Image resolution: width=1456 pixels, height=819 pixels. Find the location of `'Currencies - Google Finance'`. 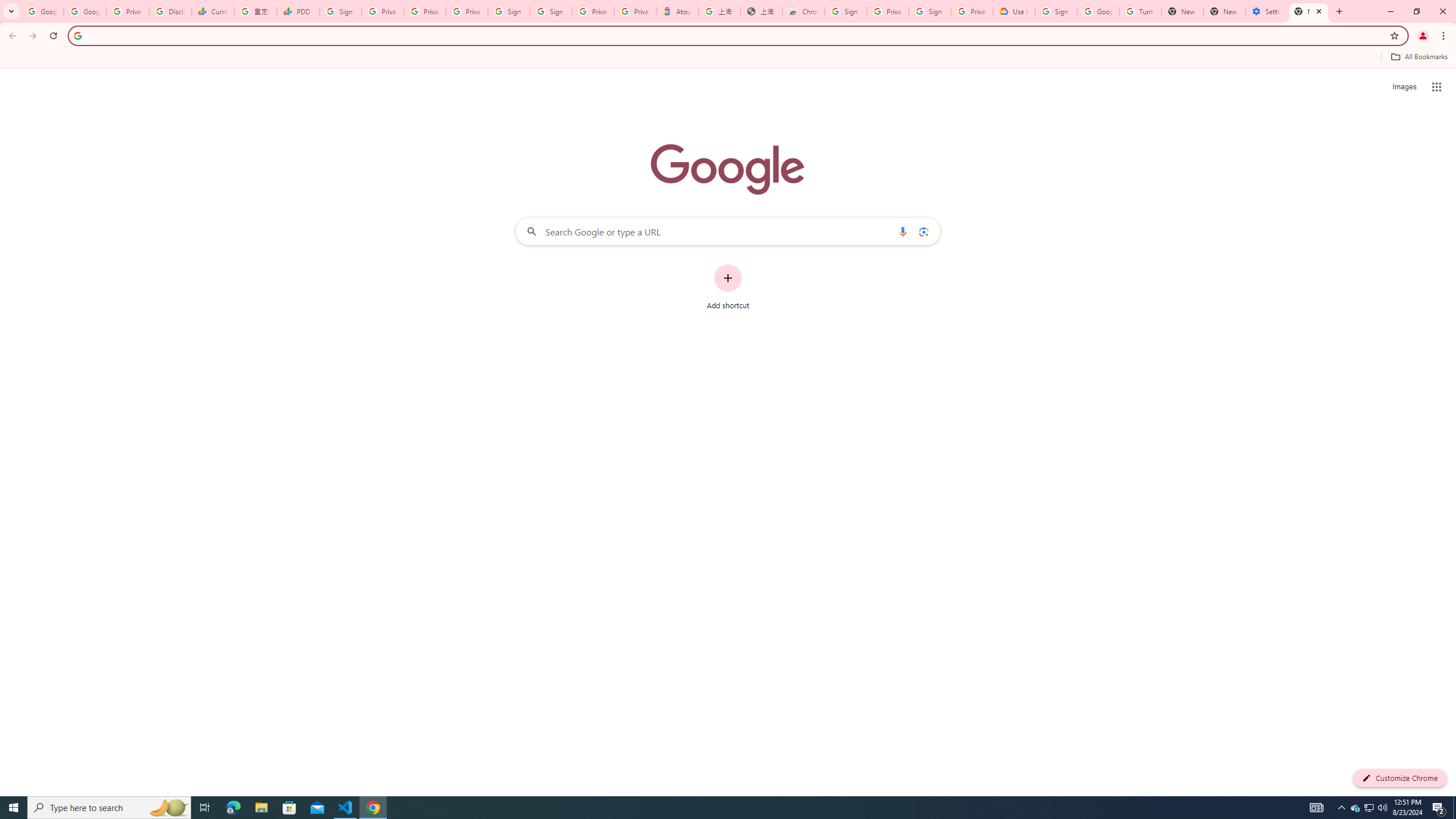

'Currencies - Google Finance' is located at coordinates (212, 11).